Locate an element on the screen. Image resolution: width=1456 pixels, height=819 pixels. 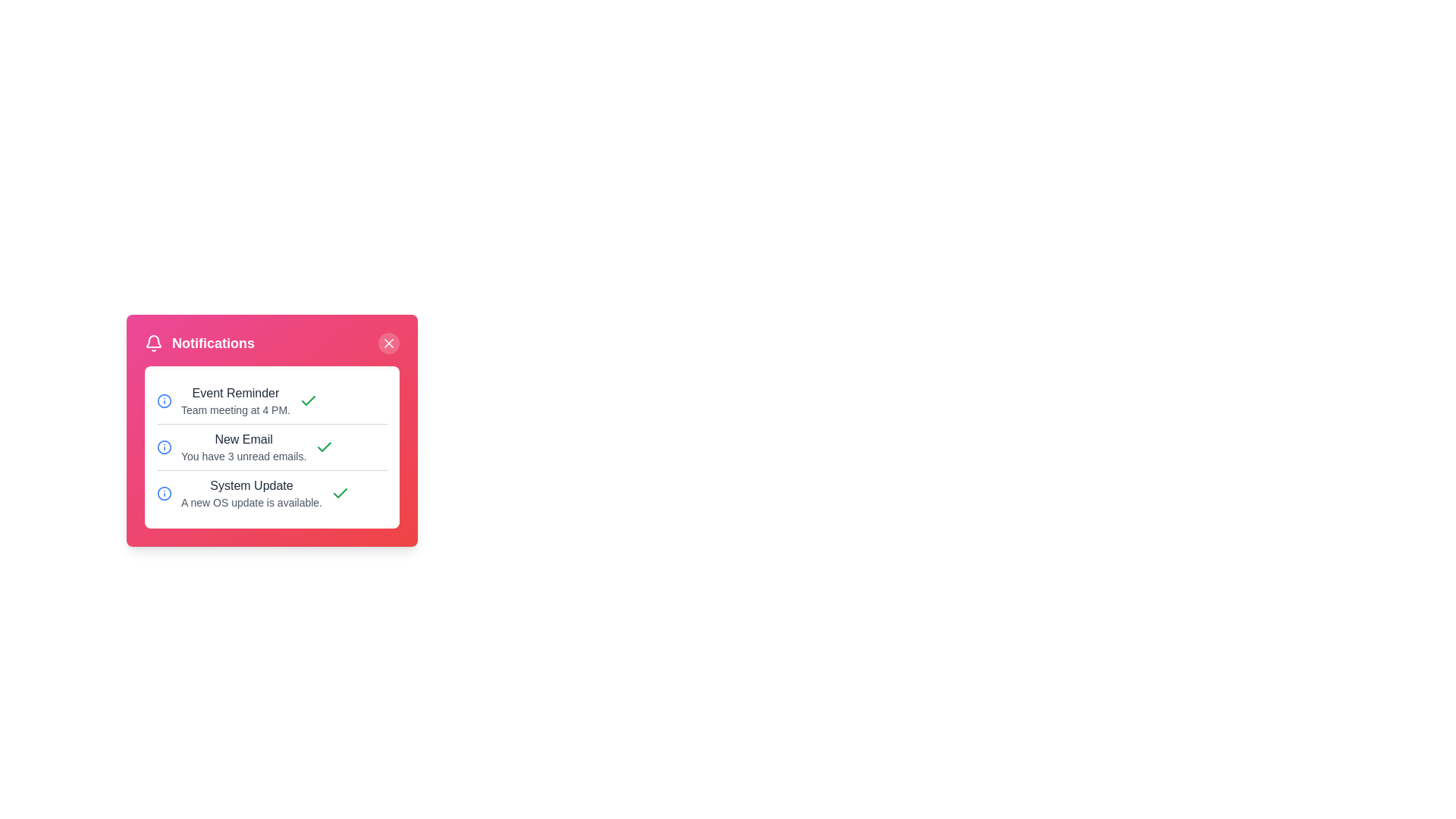
the Label with an icon that serves as the title of the notification panel, located at the top-left corner adjacent to the close button is located at coordinates (199, 343).